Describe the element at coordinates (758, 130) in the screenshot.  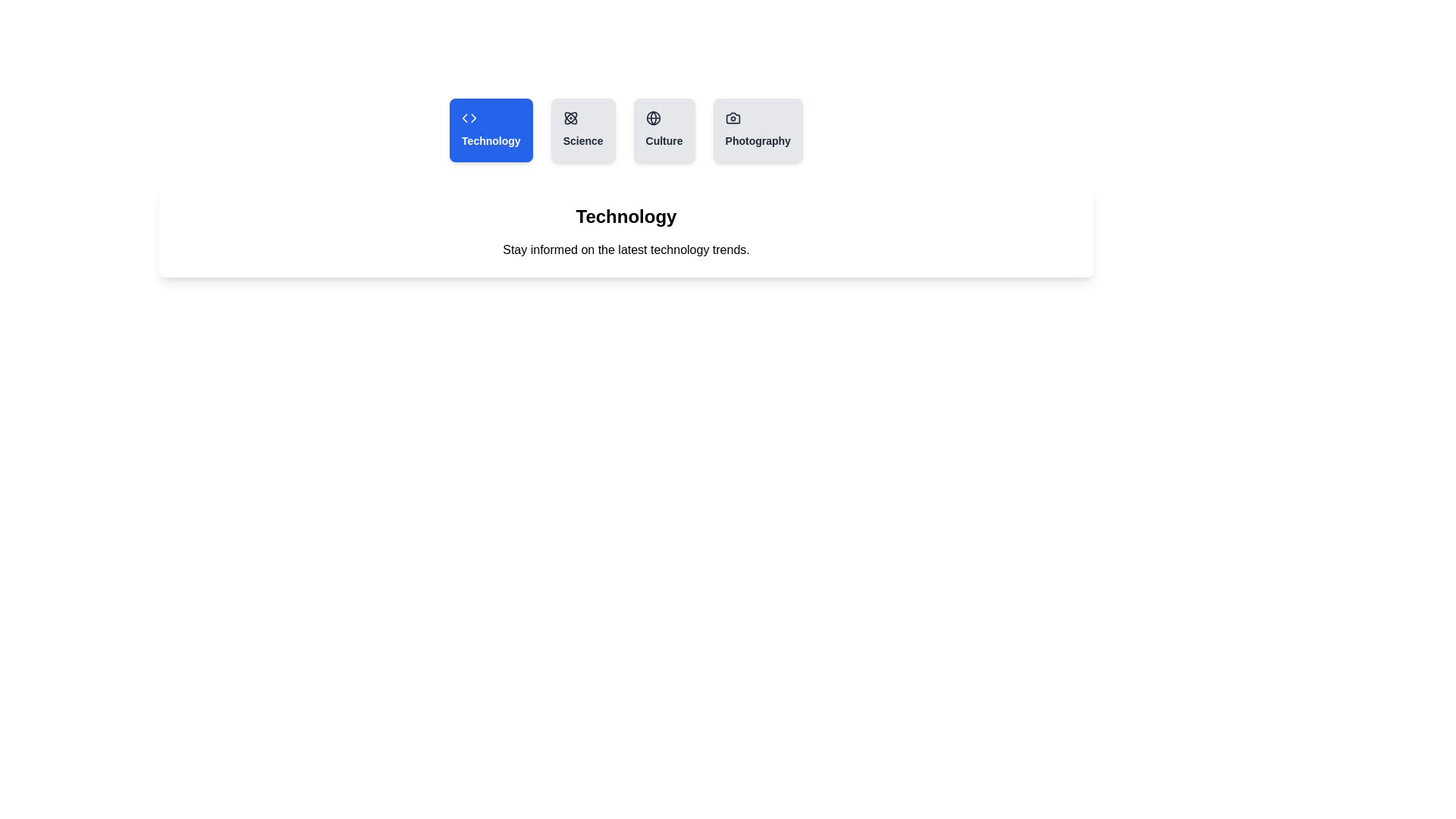
I see `the tab labeled Photography to select it` at that location.